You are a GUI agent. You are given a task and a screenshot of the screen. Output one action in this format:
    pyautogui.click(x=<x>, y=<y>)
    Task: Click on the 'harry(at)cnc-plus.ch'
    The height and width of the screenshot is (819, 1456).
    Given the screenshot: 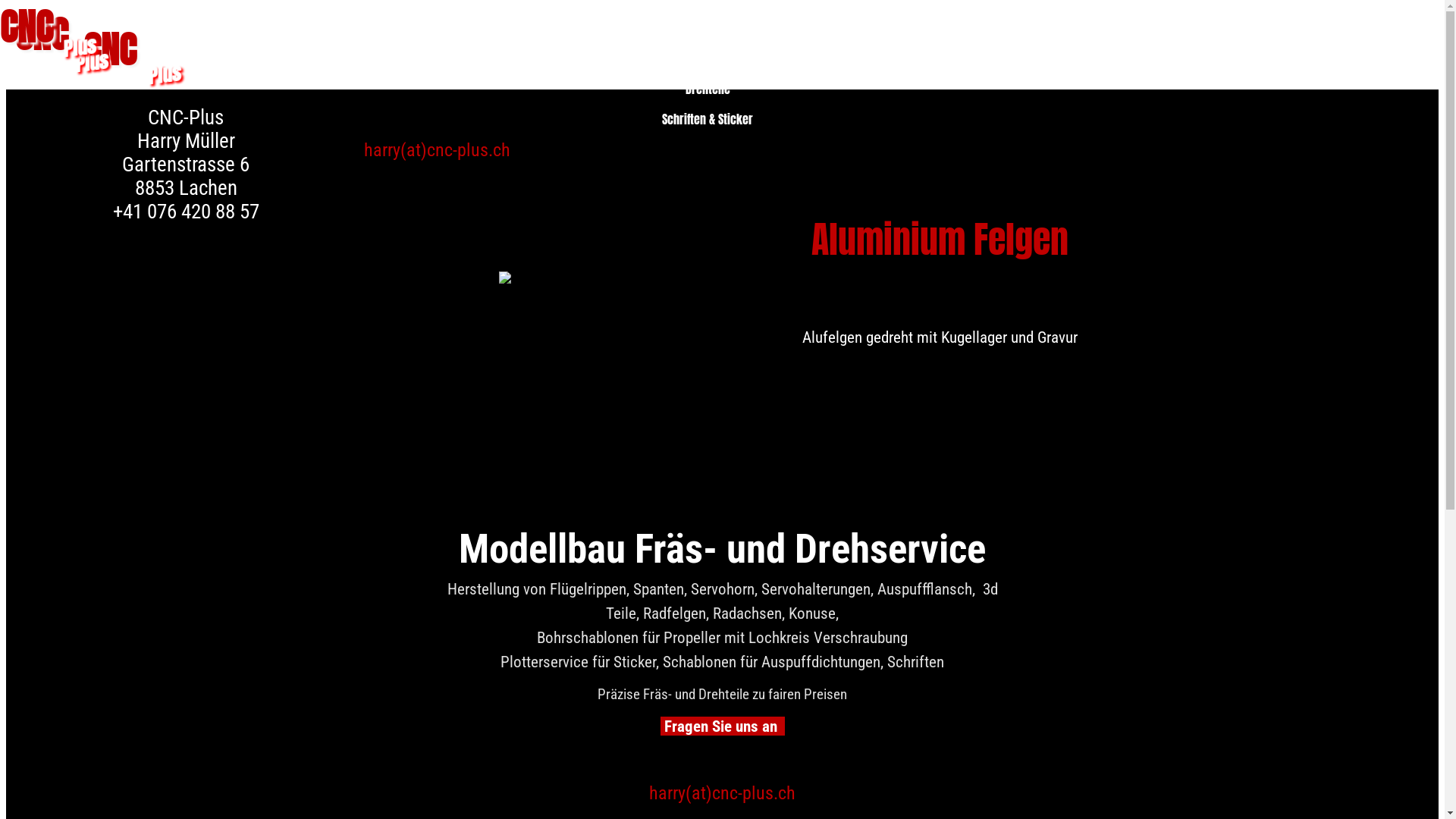 What is the action you would take?
    pyautogui.click(x=436, y=149)
    